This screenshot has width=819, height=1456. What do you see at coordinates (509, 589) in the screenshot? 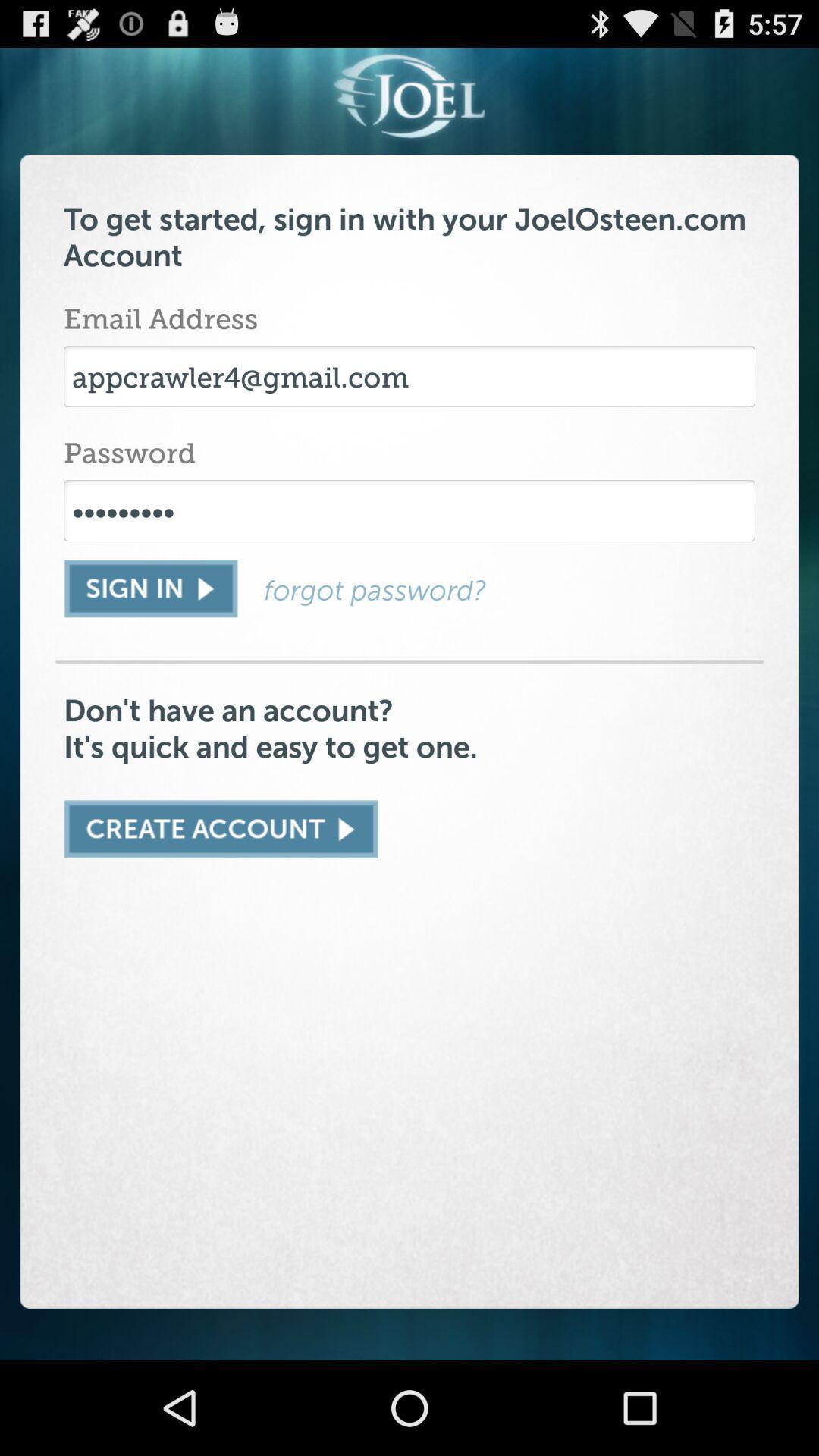
I see `the forgot password?` at bounding box center [509, 589].